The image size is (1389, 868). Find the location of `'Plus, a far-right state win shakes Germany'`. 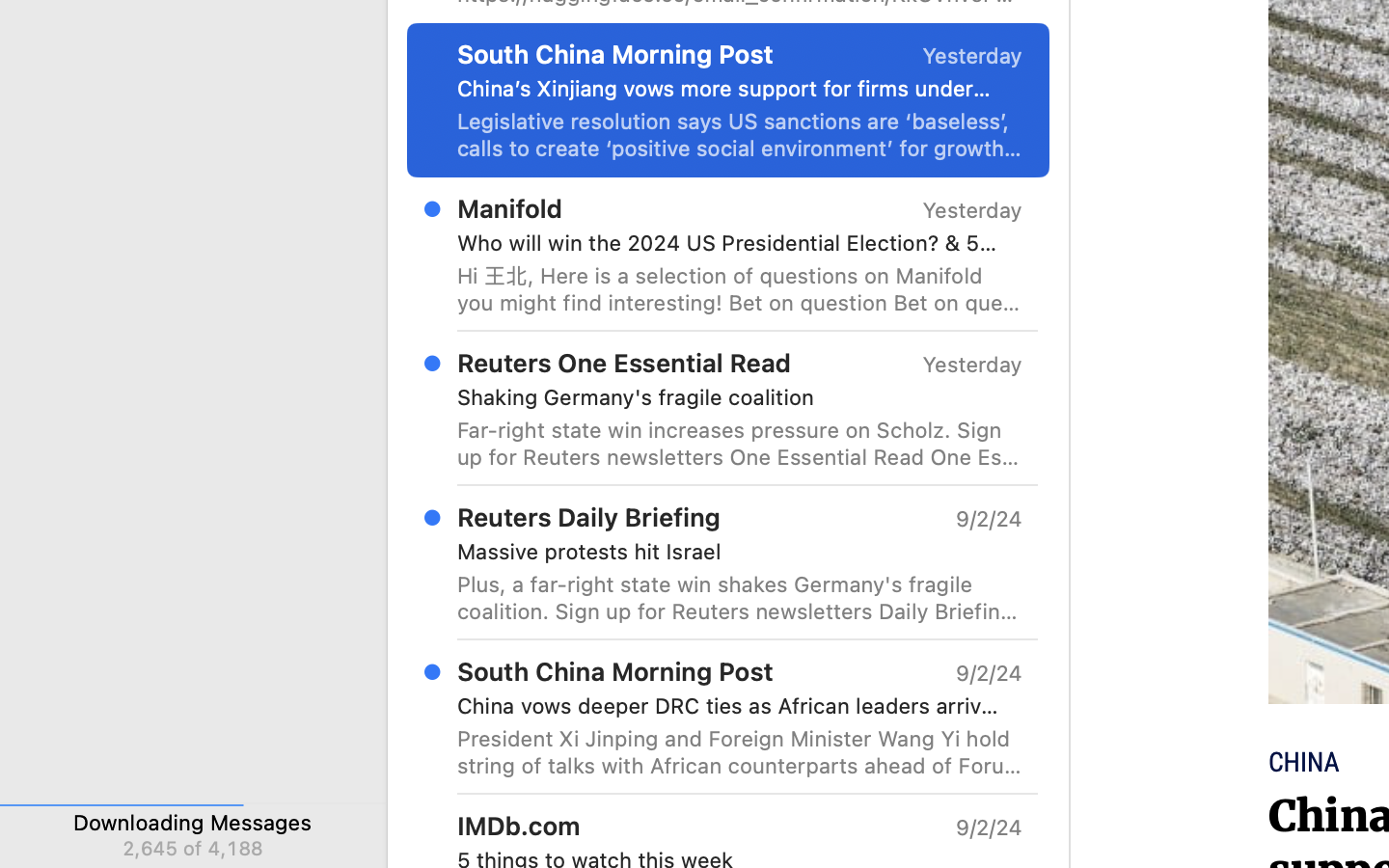

'Plus, a far-right state win shakes Germany' is located at coordinates (738, 598).